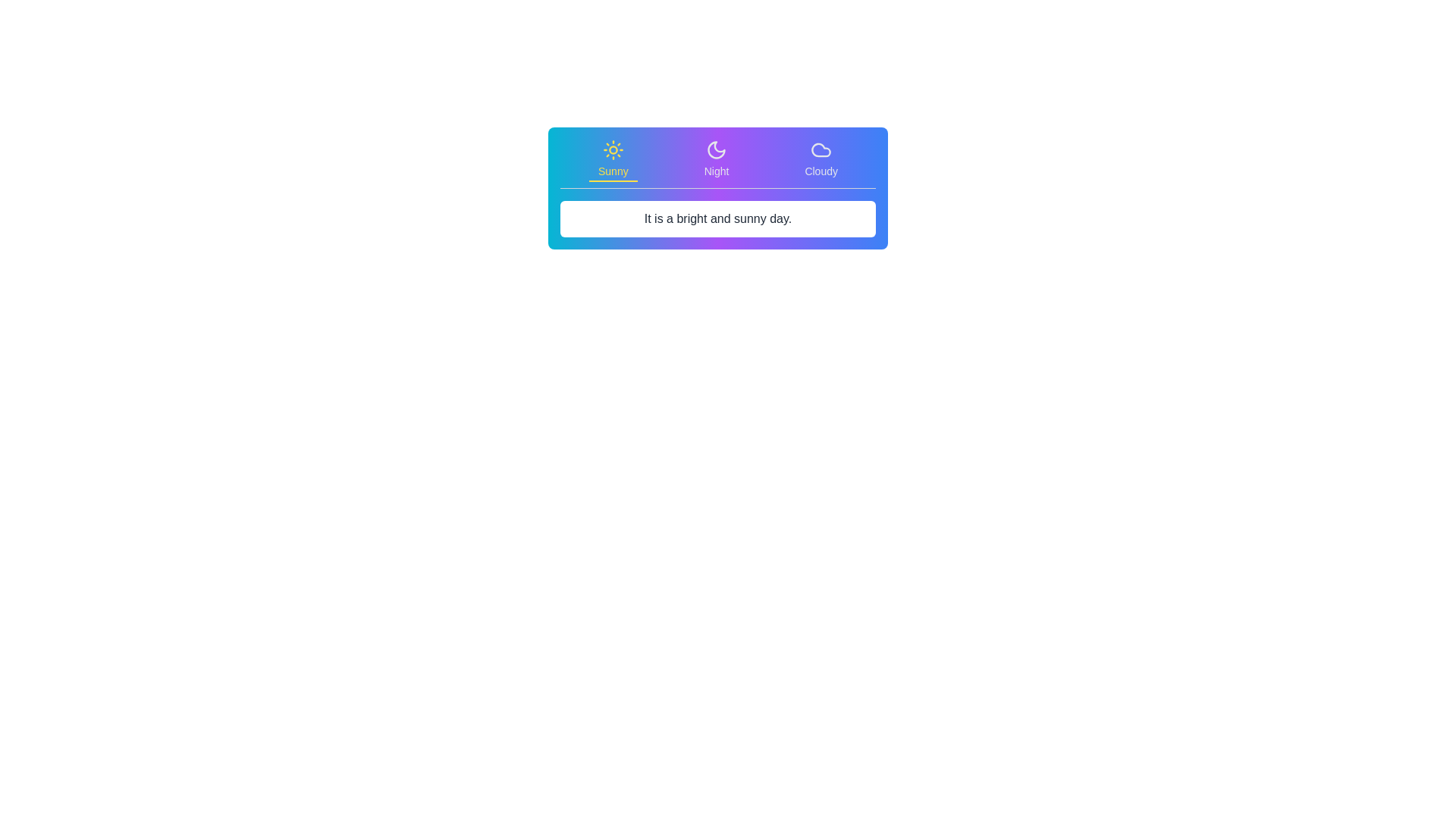 Image resolution: width=1456 pixels, height=819 pixels. Describe the element at coordinates (821, 149) in the screenshot. I see `the SVG cloud icon located in the 'Cloudy' section at the top-right position among the options` at that location.